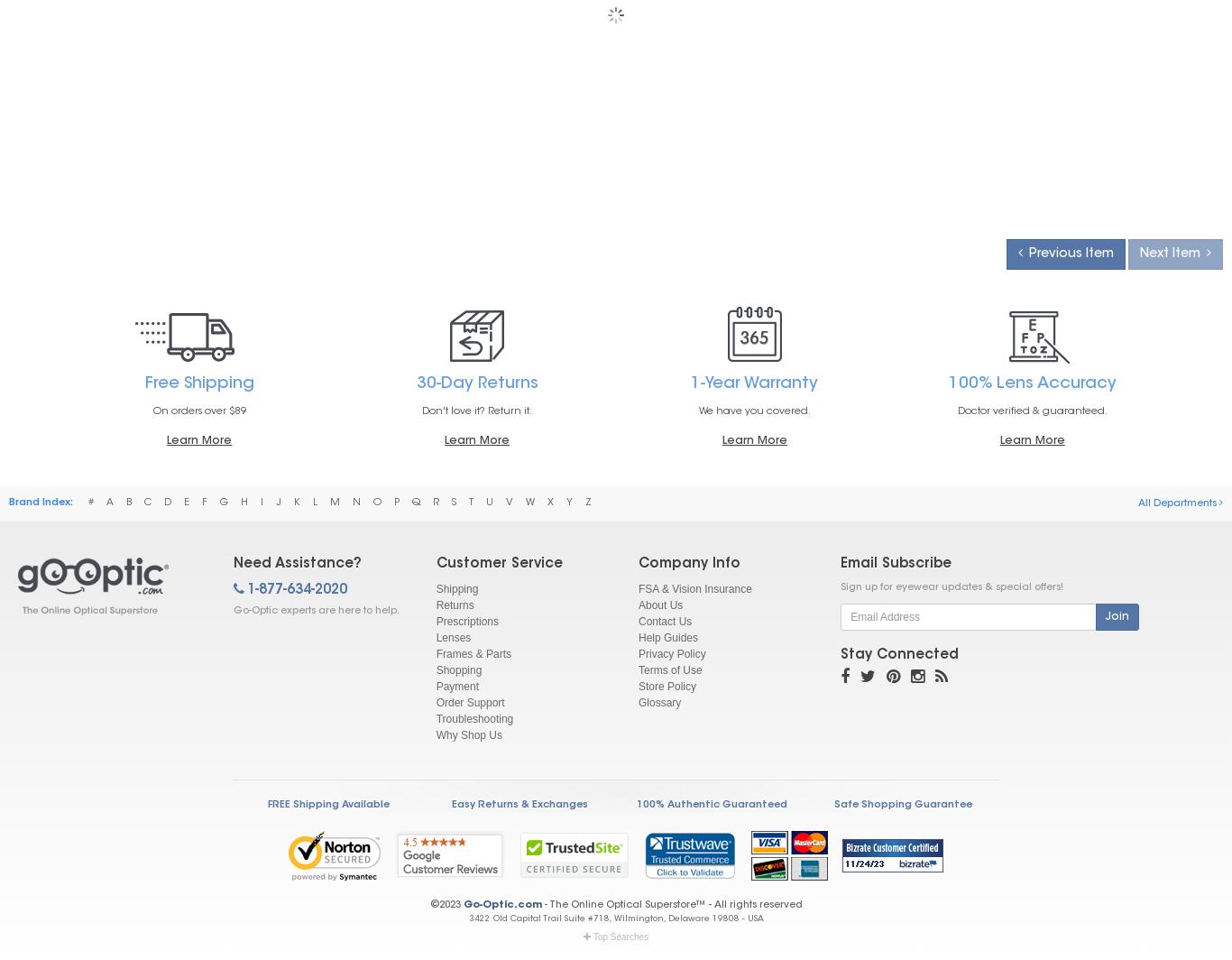  I want to click on 'On orders over $89', so click(198, 411).